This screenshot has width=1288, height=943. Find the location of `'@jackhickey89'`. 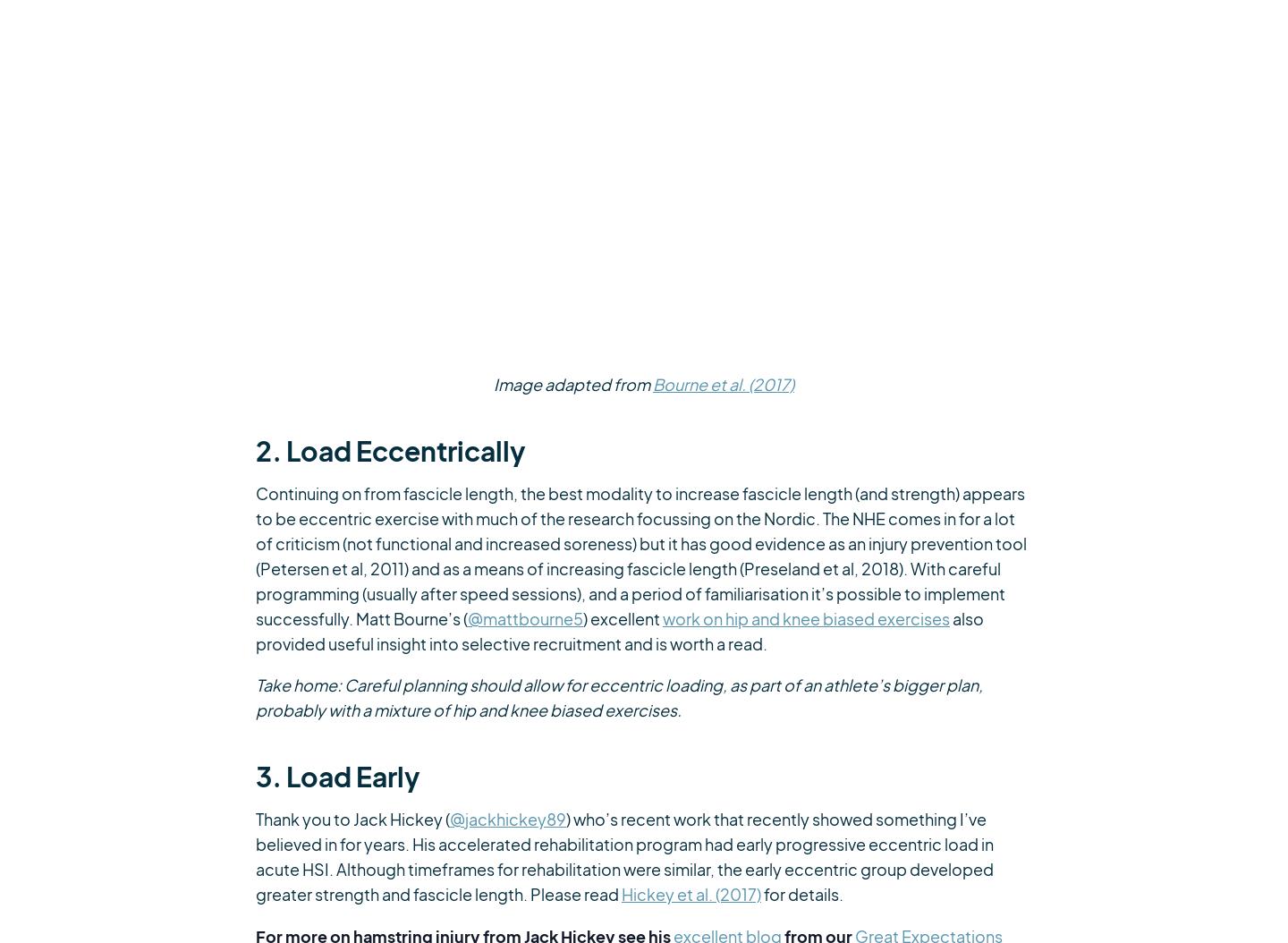

'@jackhickey89' is located at coordinates (507, 818).